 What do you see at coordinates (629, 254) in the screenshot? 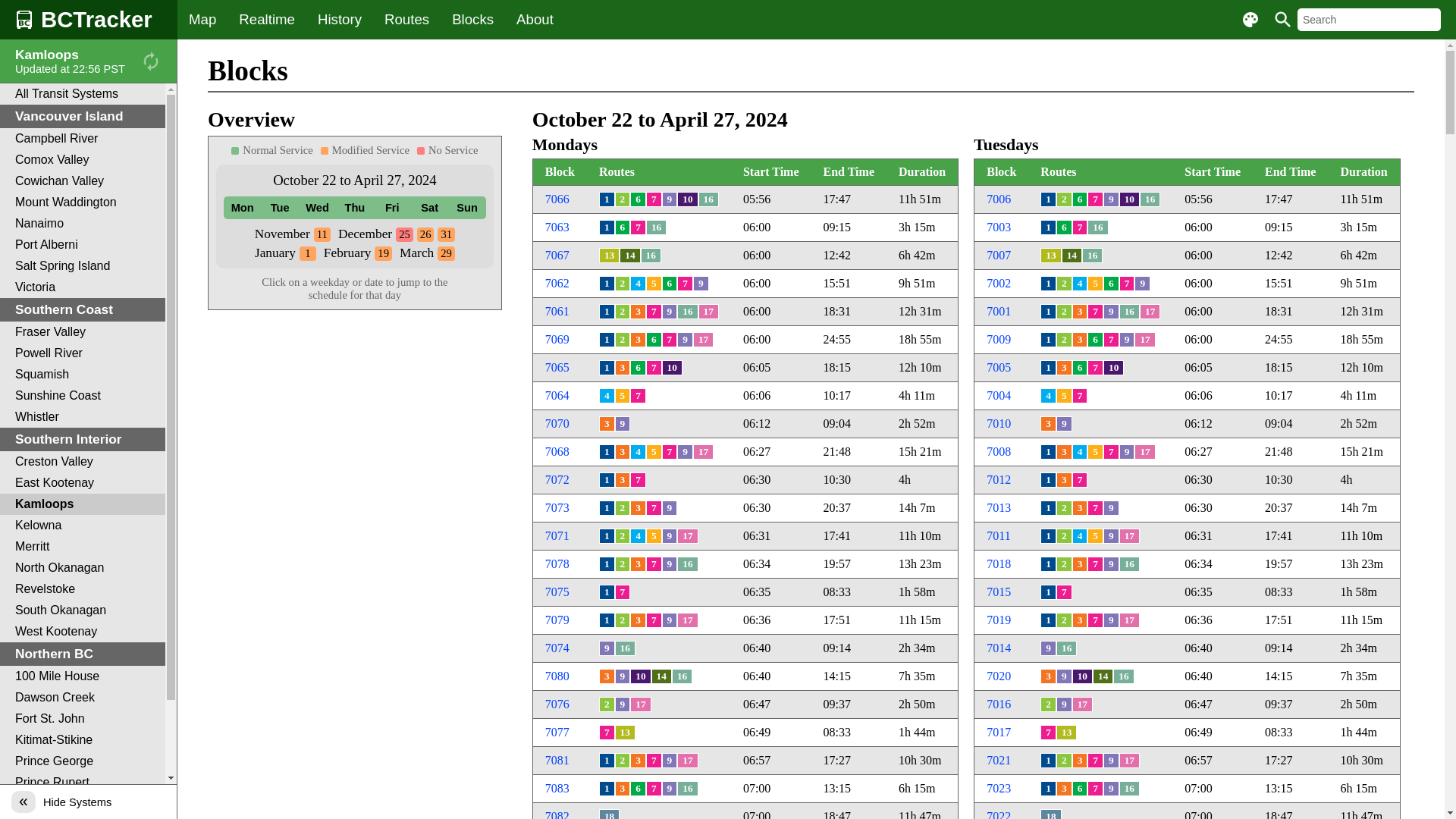
I see `'14'` at bounding box center [629, 254].